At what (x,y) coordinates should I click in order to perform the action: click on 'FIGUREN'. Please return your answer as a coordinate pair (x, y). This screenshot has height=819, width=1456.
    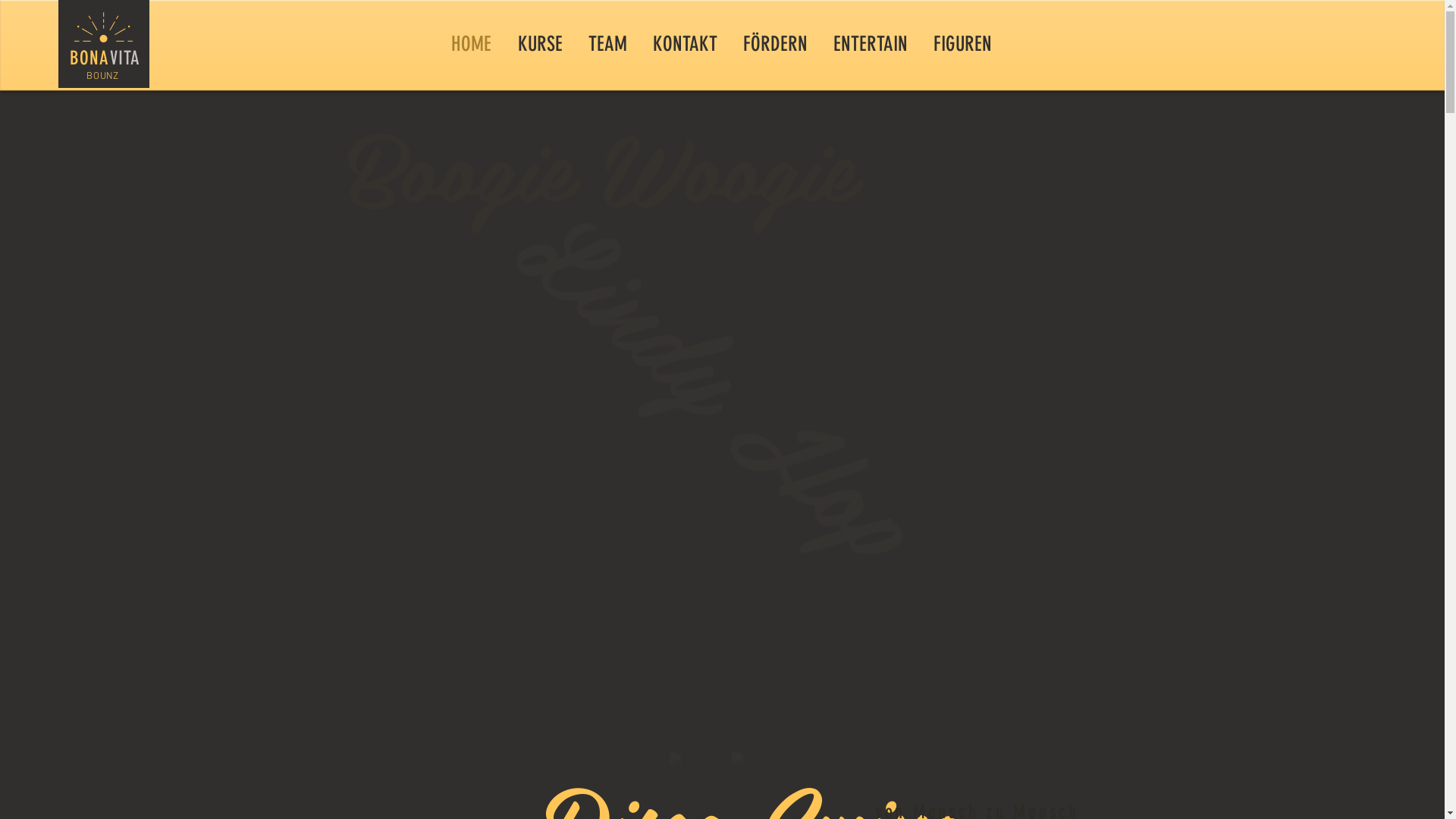
    Looking at the image, I should click on (962, 42).